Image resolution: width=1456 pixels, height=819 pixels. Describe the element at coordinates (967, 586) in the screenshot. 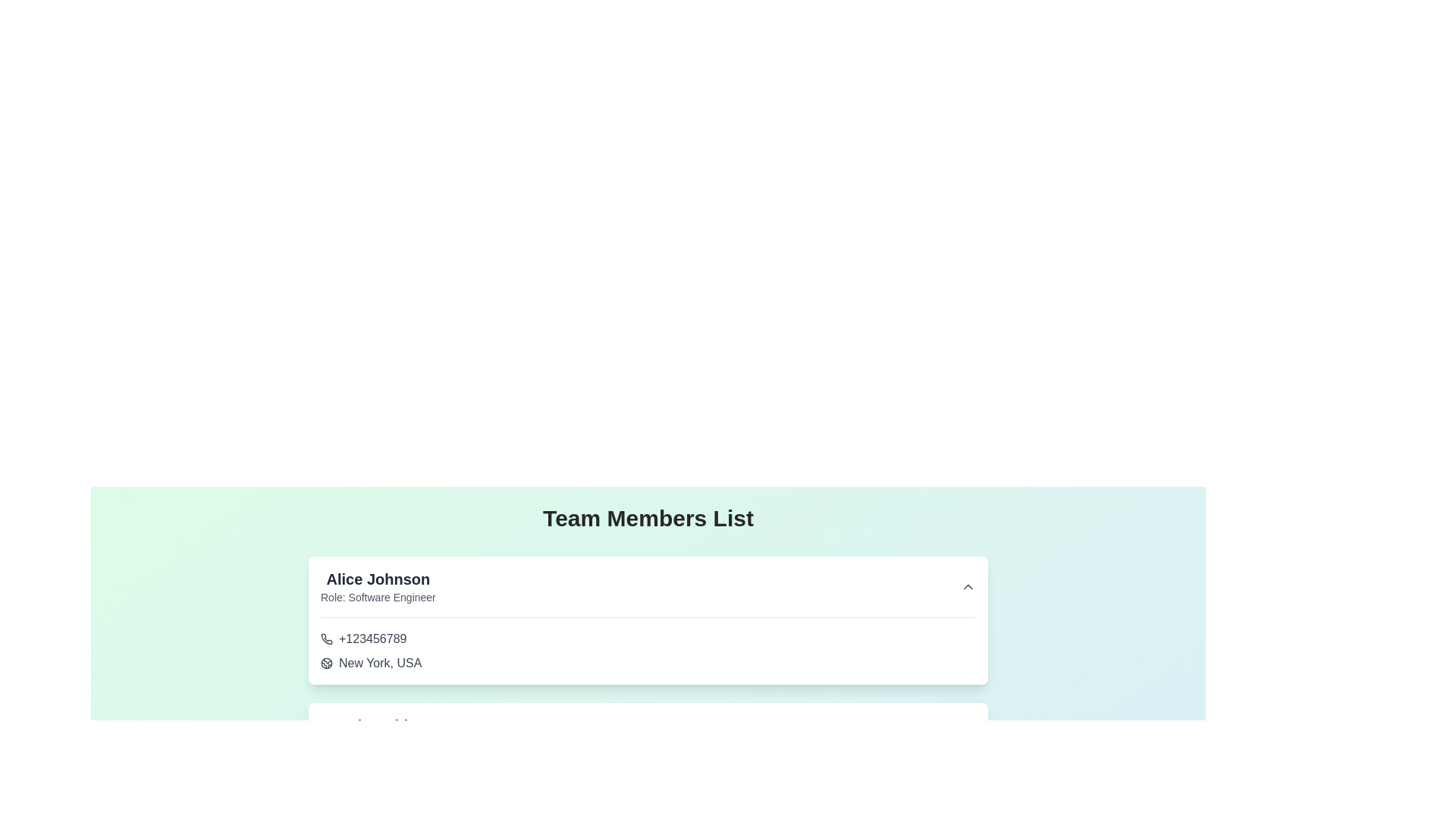

I see `the toggle button located at the top-right corner of Alice Johnson's details card` at that location.